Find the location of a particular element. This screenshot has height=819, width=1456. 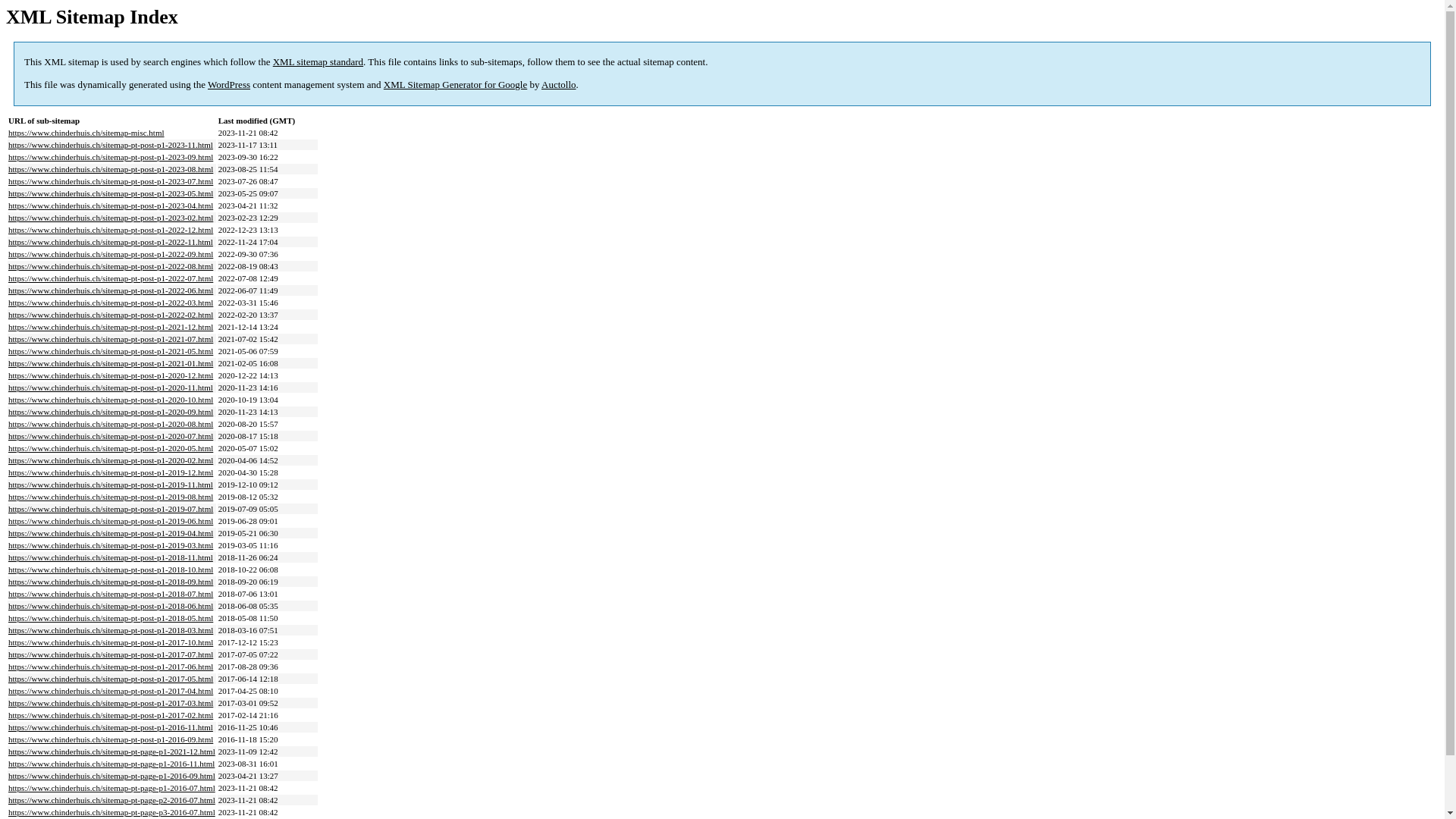

'https://www.chinderhuis.ch/sitemap-pt-post-p1-2019-12.html' is located at coordinates (109, 472).